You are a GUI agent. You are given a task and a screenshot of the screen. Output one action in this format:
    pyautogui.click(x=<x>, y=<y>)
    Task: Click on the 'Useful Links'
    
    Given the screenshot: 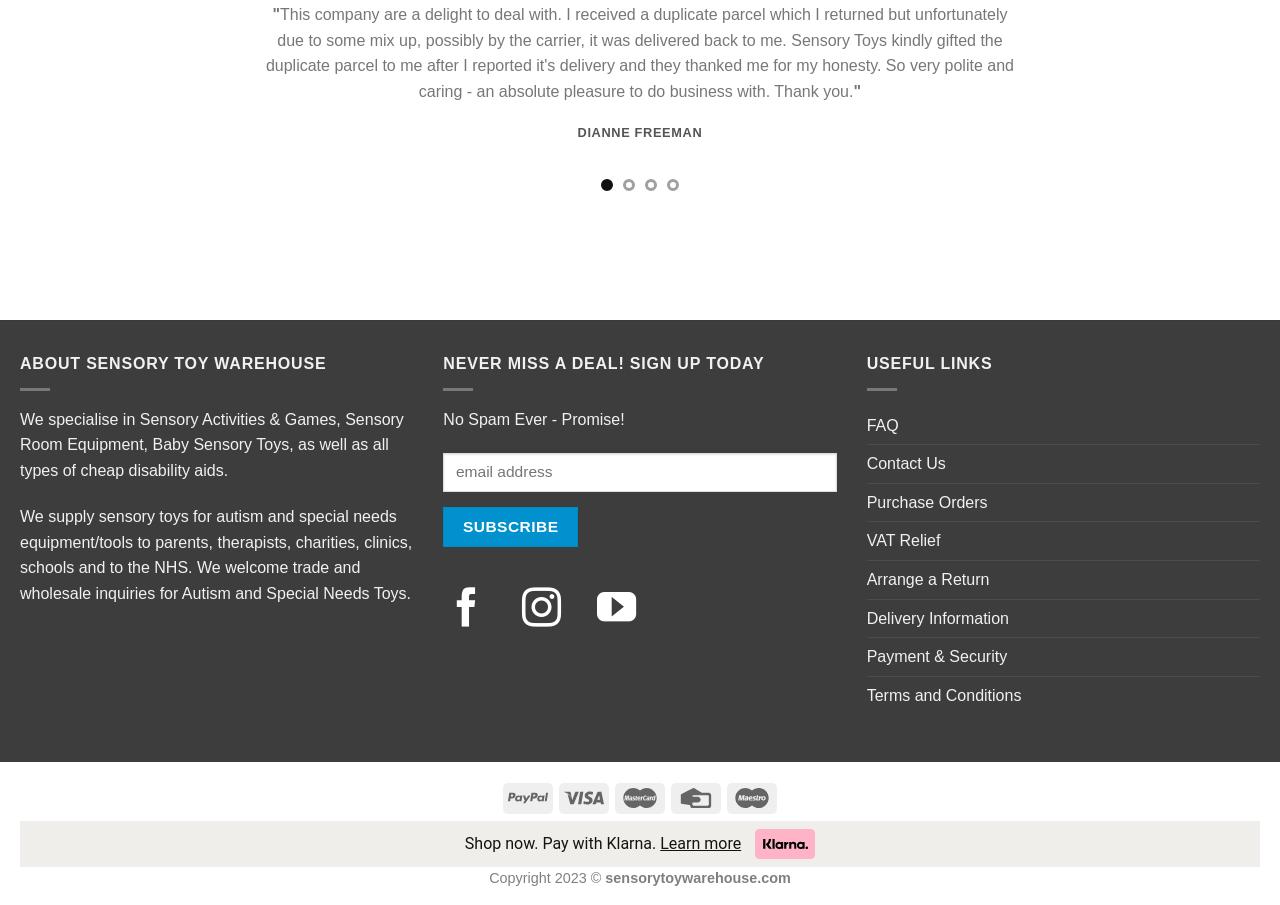 What is the action you would take?
    pyautogui.click(x=928, y=362)
    